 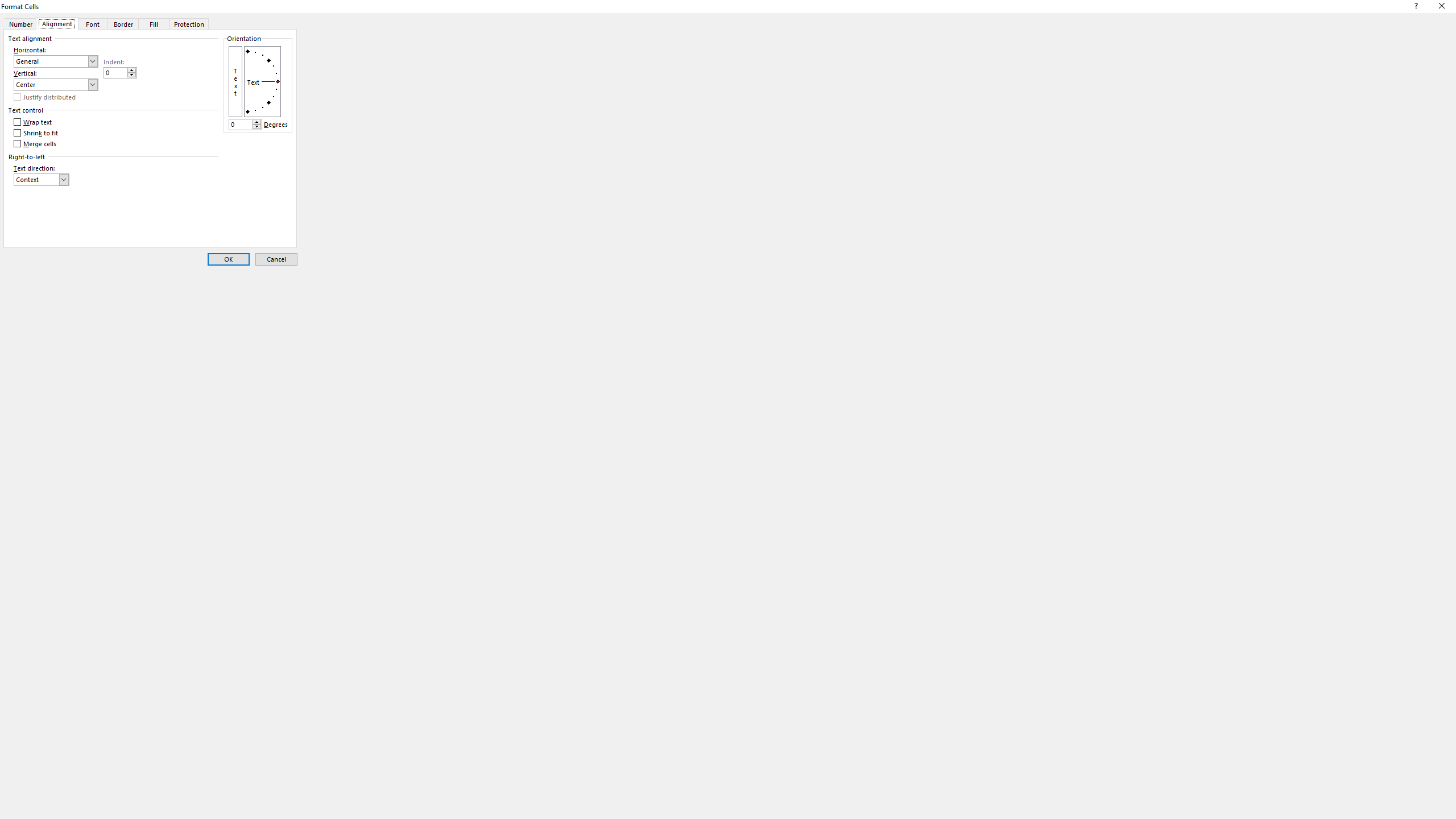 What do you see at coordinates (276, 259) in the screenshot?
I see `'Cancel'` at bounding box center [276, 259].